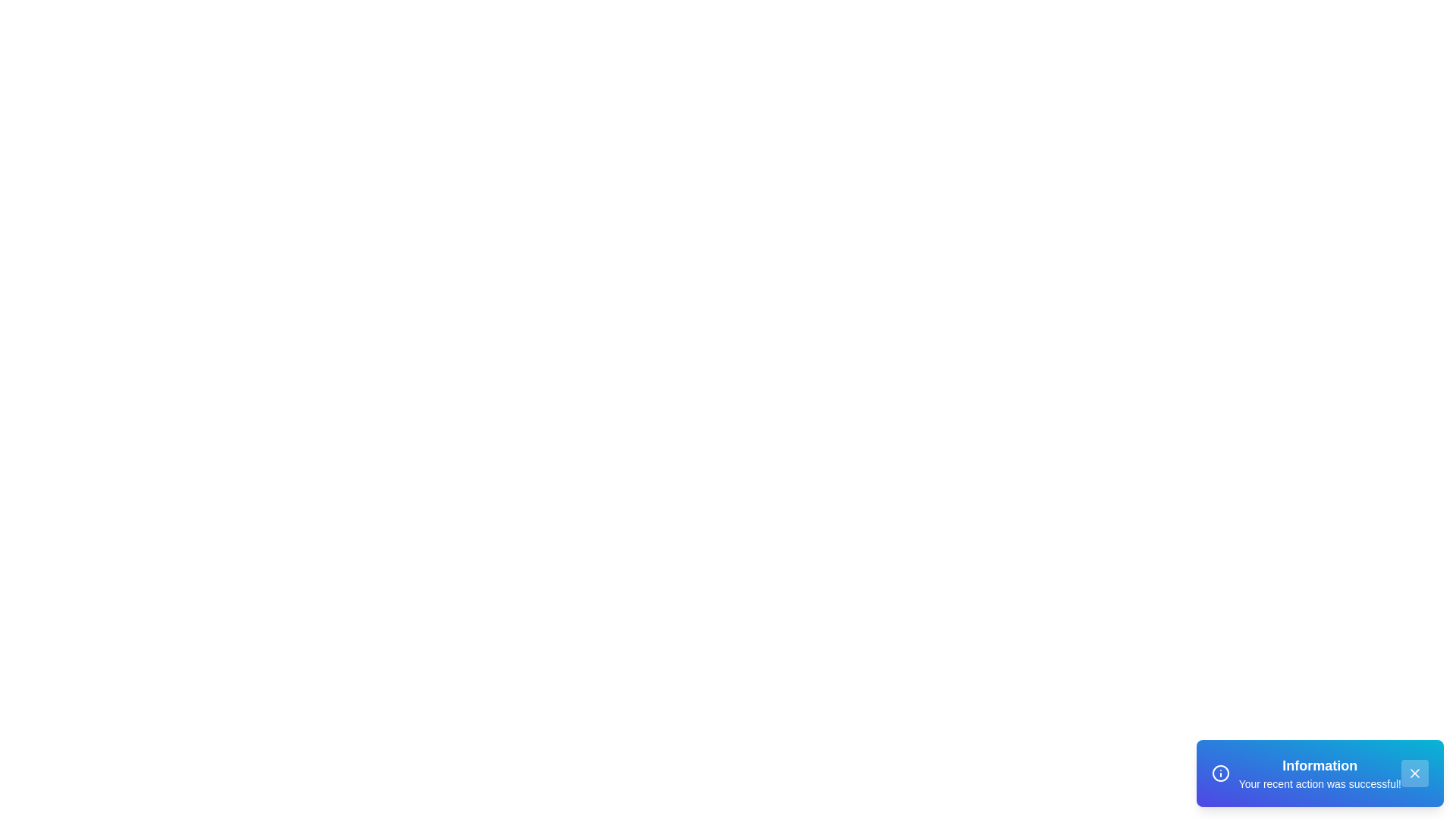  What do you see at coordinates (1414, 773) in the screenshot?
I see `close button to hide the snackbar` at bounding box center [1414, 773].